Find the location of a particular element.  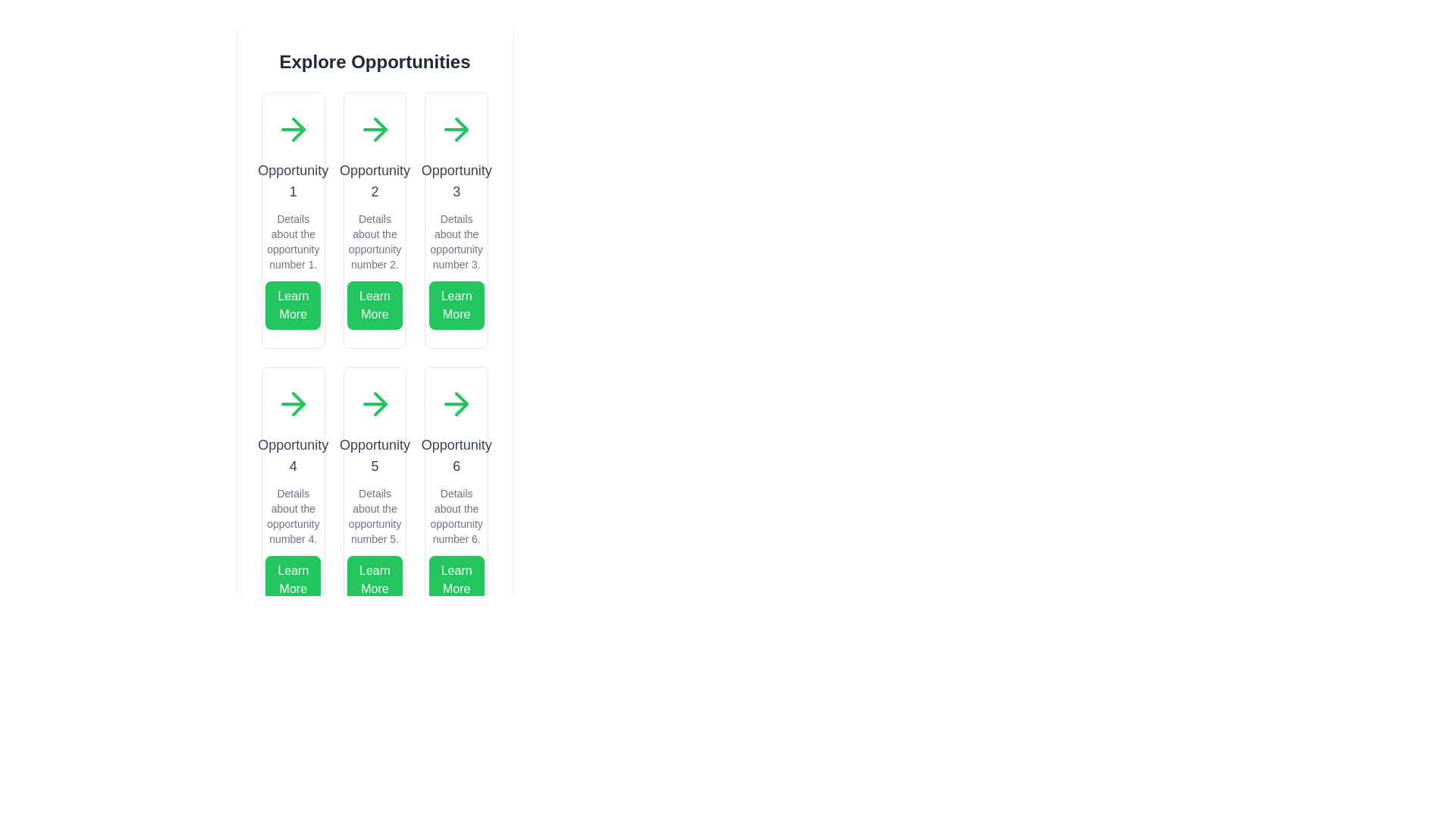

the arrow icon located at the top-center of the panel in the third column under the 'Explore Opportunities' header for direction indication is located at coordinates (456, 128).